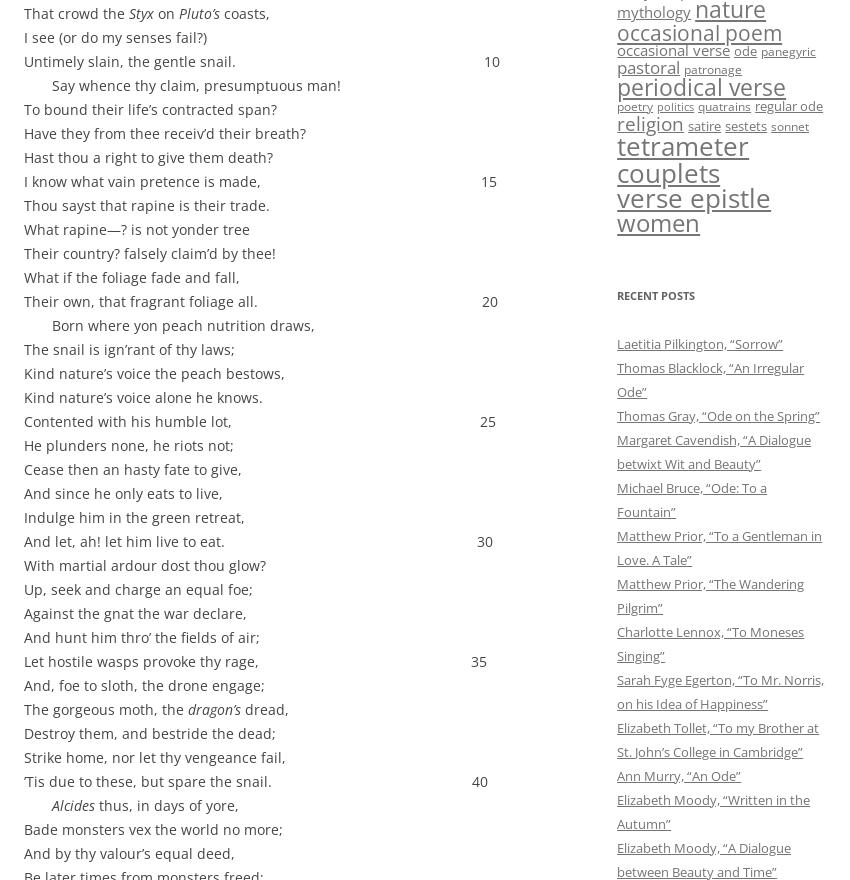 This screenshot has width=850, height=880. What do you see at coordinates (22, 588) in the screenshot?
I see `'Up, seek and charge an equal foe;'` at bounding box center [22, 588].